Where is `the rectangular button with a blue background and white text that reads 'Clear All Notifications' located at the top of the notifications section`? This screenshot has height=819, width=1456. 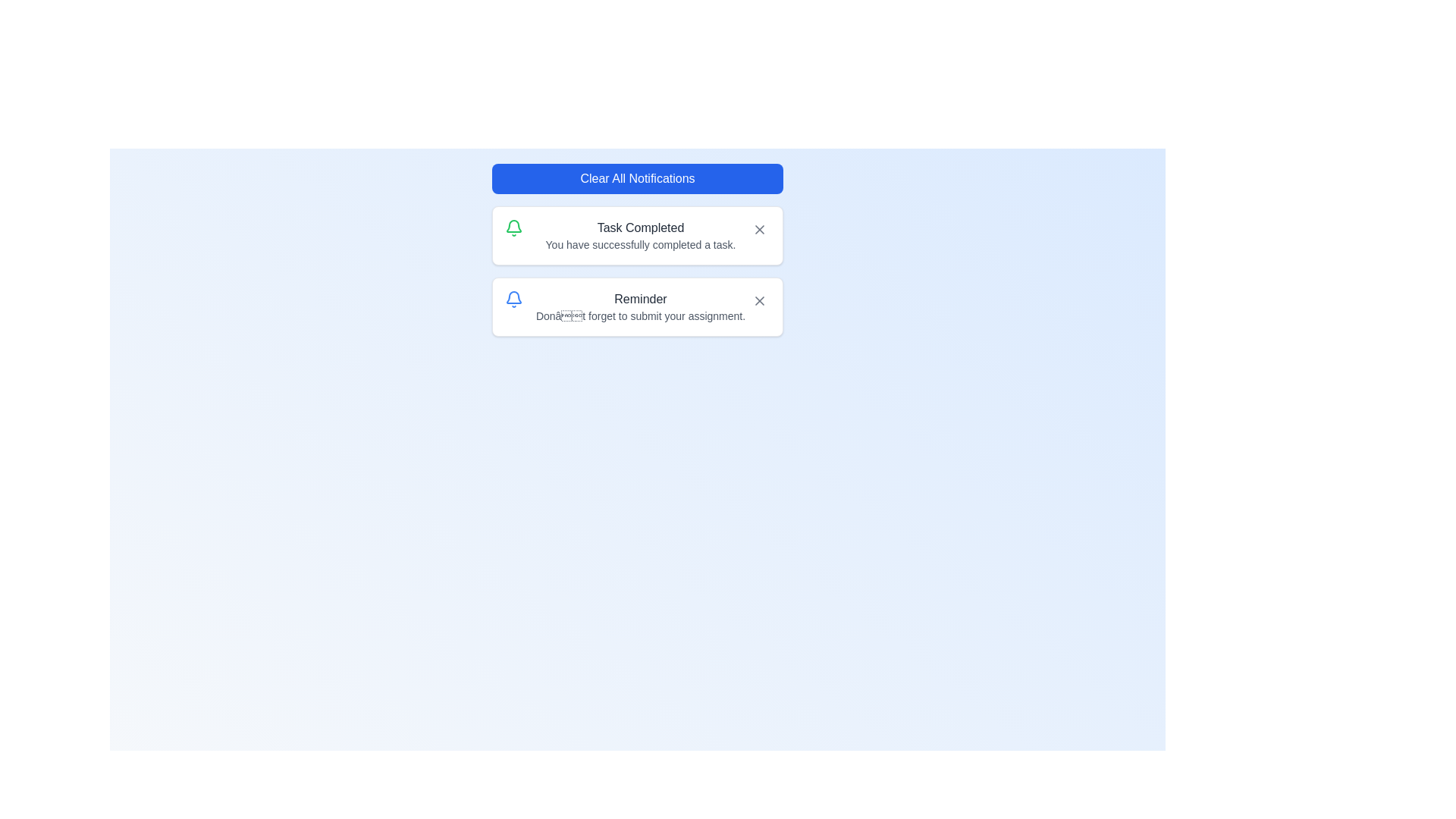
the rectangular button with a blue background and white text that reads 'Clear All Notifications' located at the top of the notifications section is located at coordinates (637, 177).